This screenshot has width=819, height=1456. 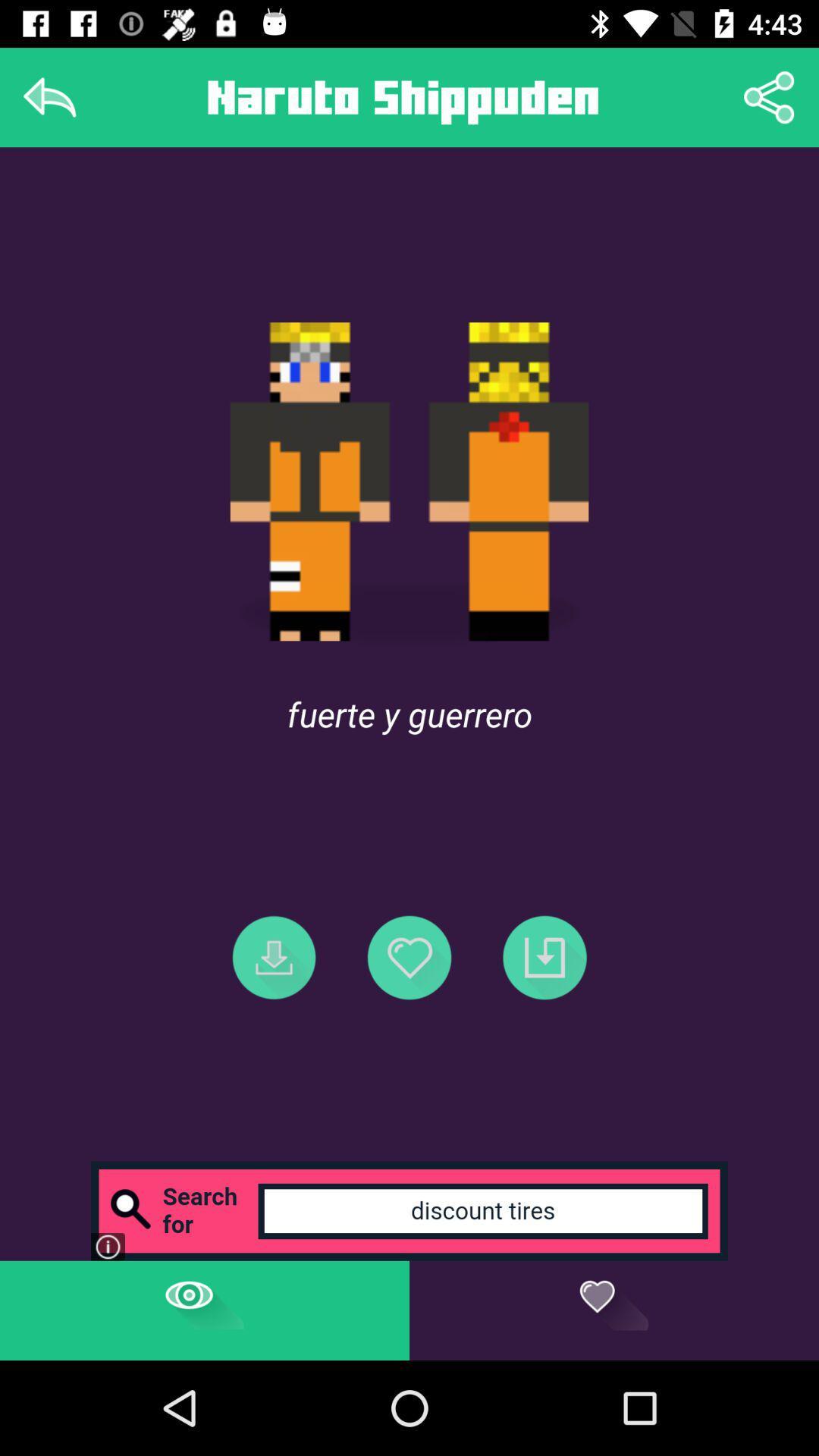 What do you see at coordinates (409, 956) in the screenshot?
I see `the favorite icon` at bounding box center [409, 956].